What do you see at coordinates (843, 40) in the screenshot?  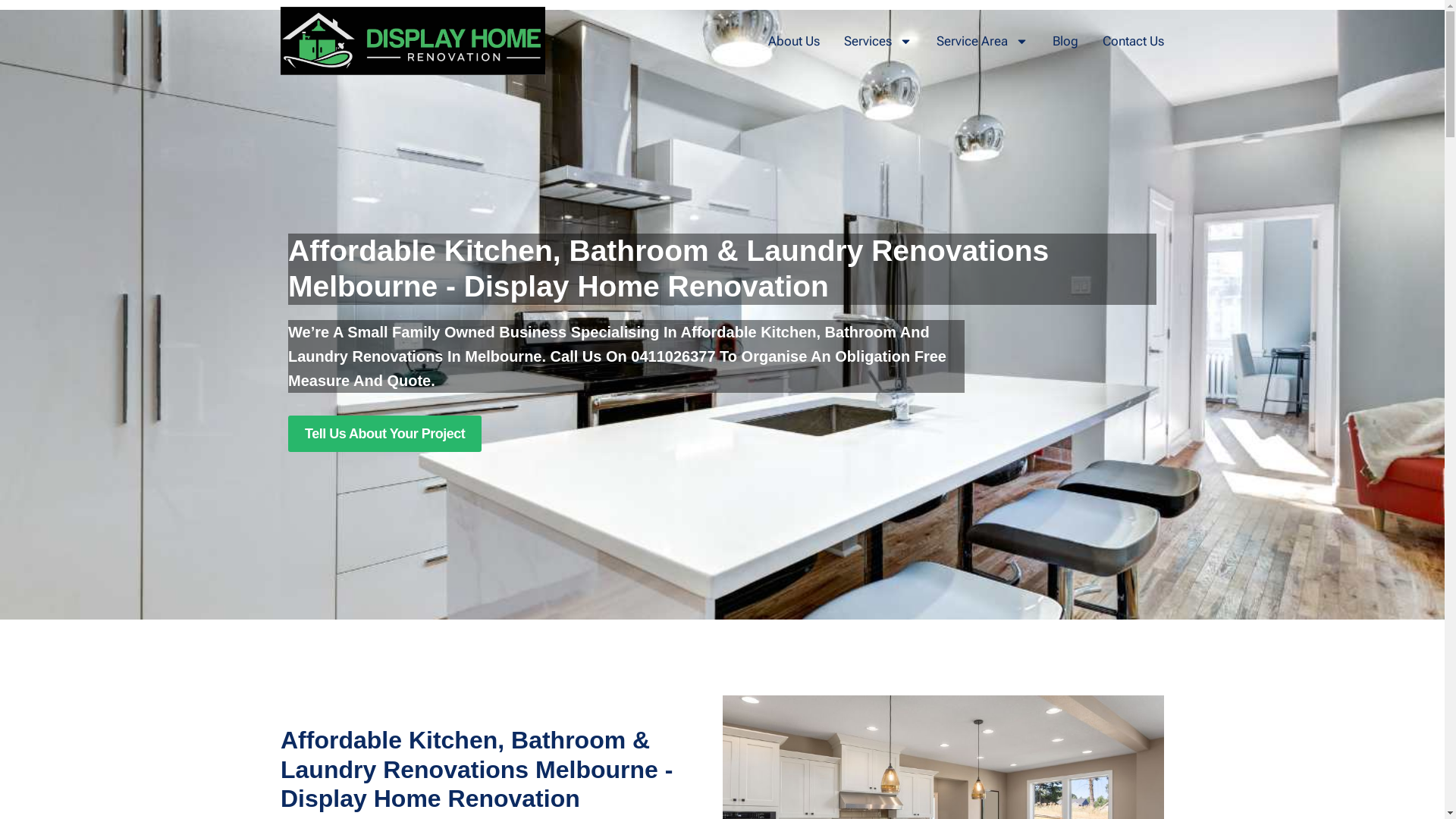 I see `'Services'` at bounding box center [843, 40].